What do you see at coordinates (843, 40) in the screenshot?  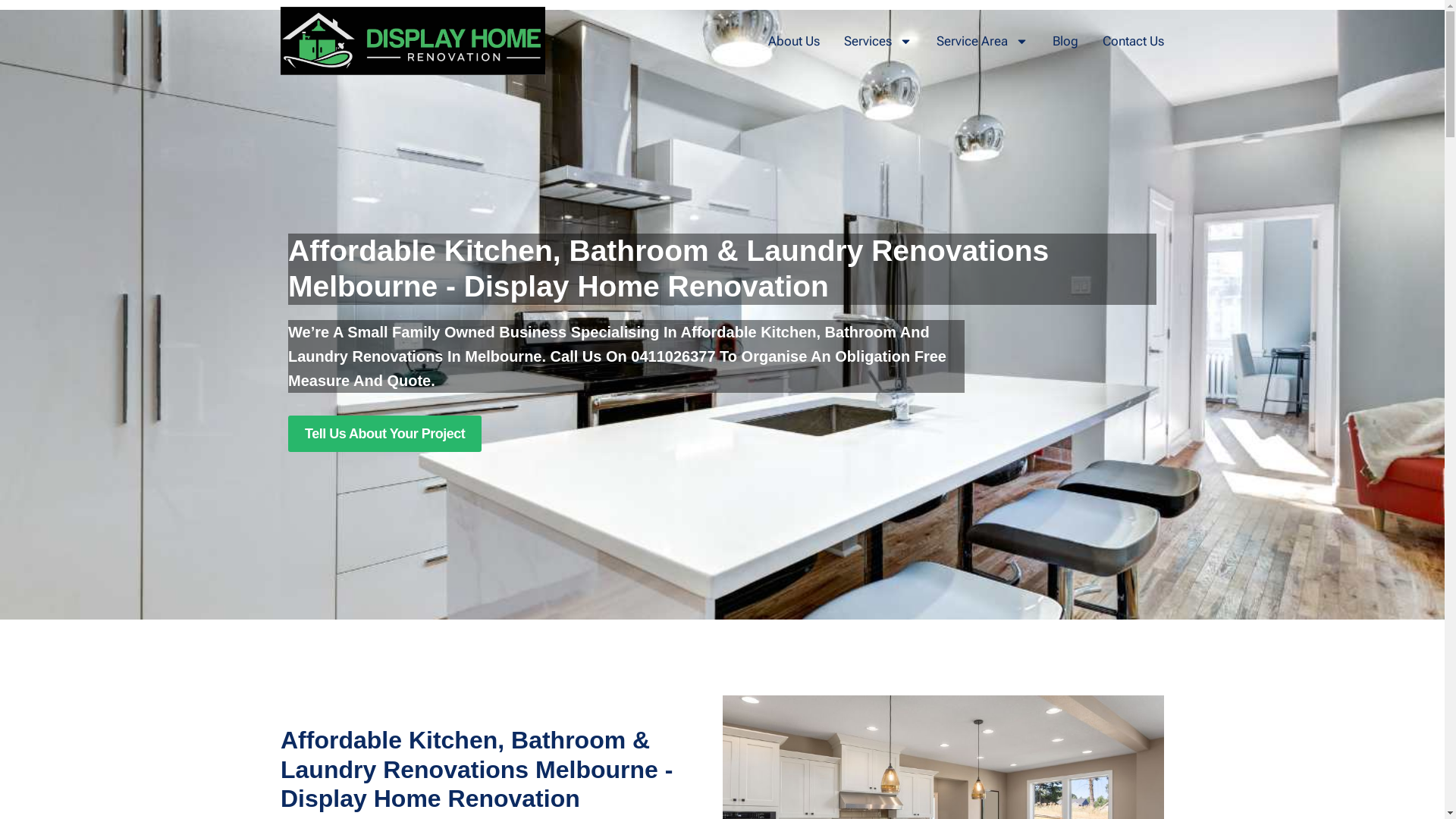 I see `'Services'` at bounding box center [843, 40].